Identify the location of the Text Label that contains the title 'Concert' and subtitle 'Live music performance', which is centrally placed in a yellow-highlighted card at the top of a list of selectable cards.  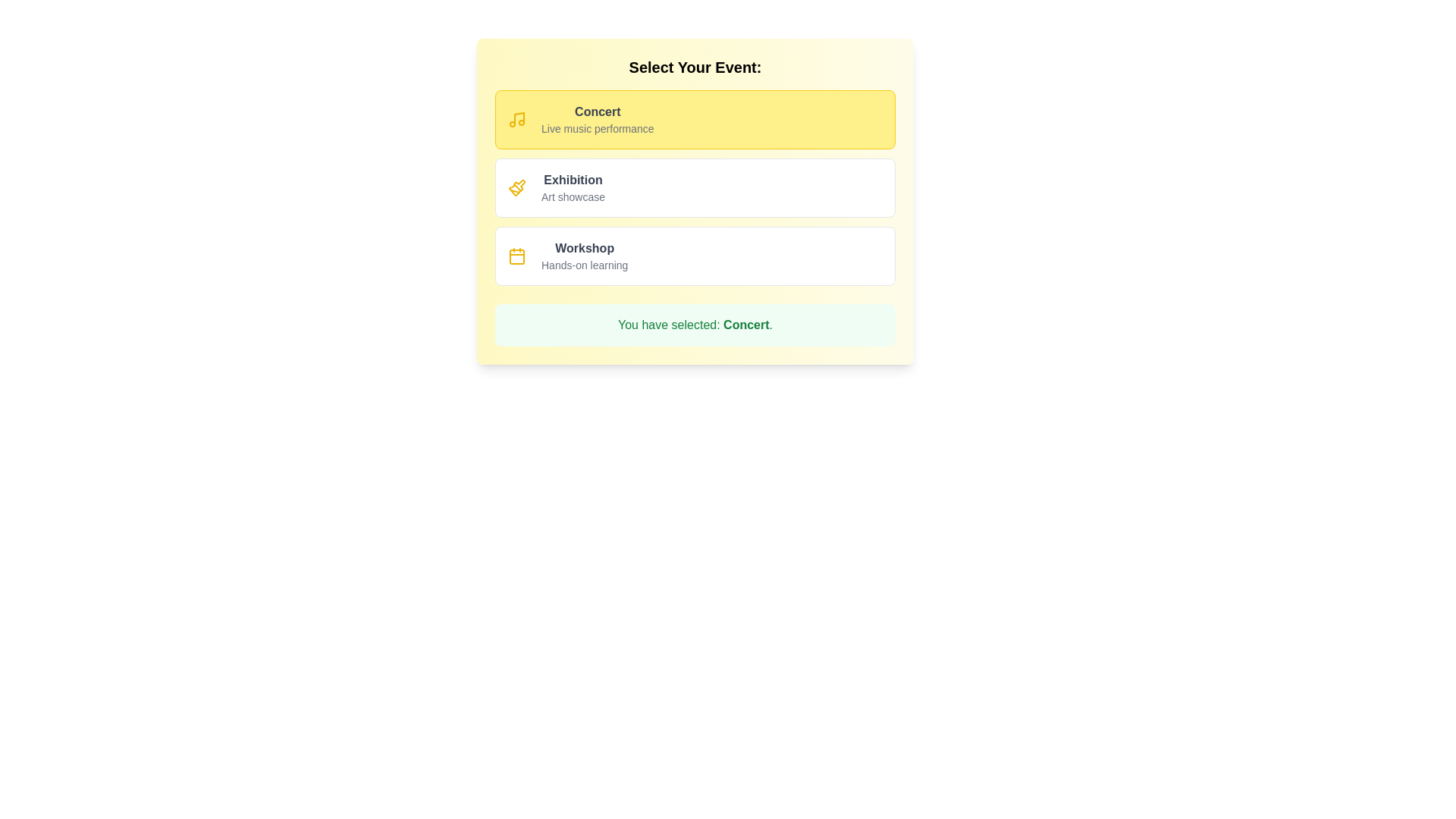
(597, 119).